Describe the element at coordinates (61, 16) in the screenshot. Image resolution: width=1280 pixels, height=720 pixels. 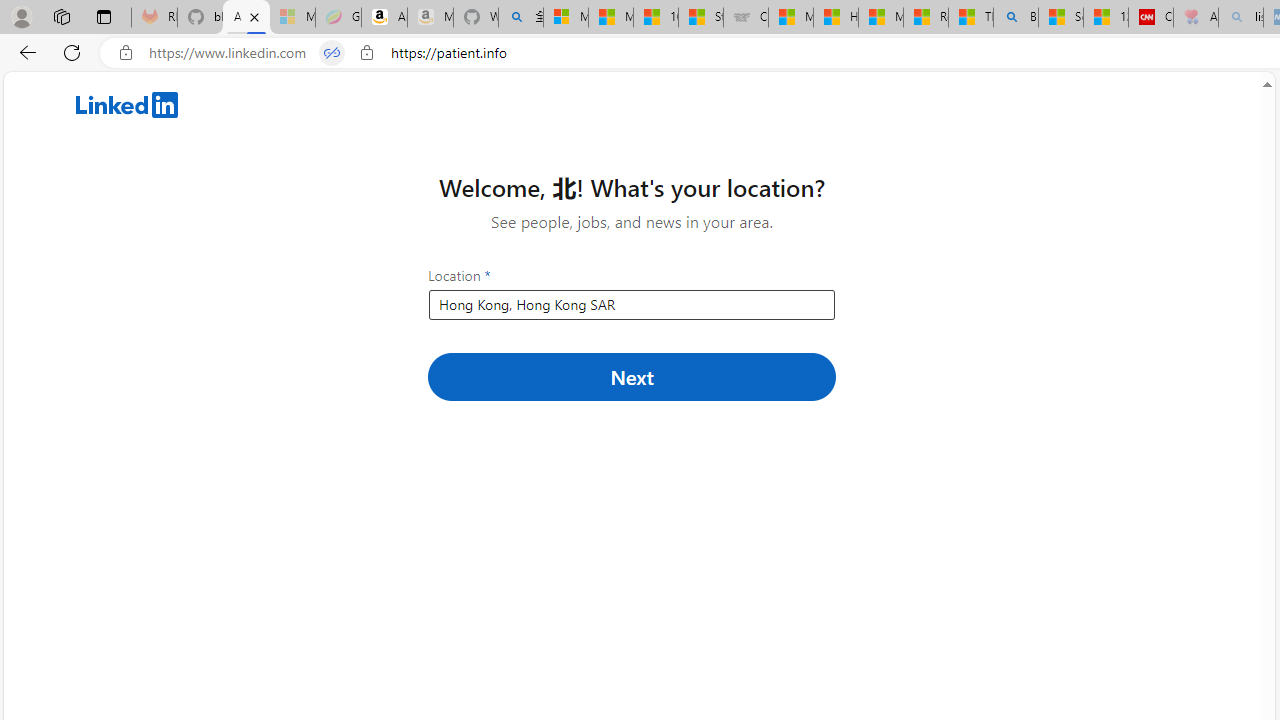
I see `'Workspaces'` at that location.